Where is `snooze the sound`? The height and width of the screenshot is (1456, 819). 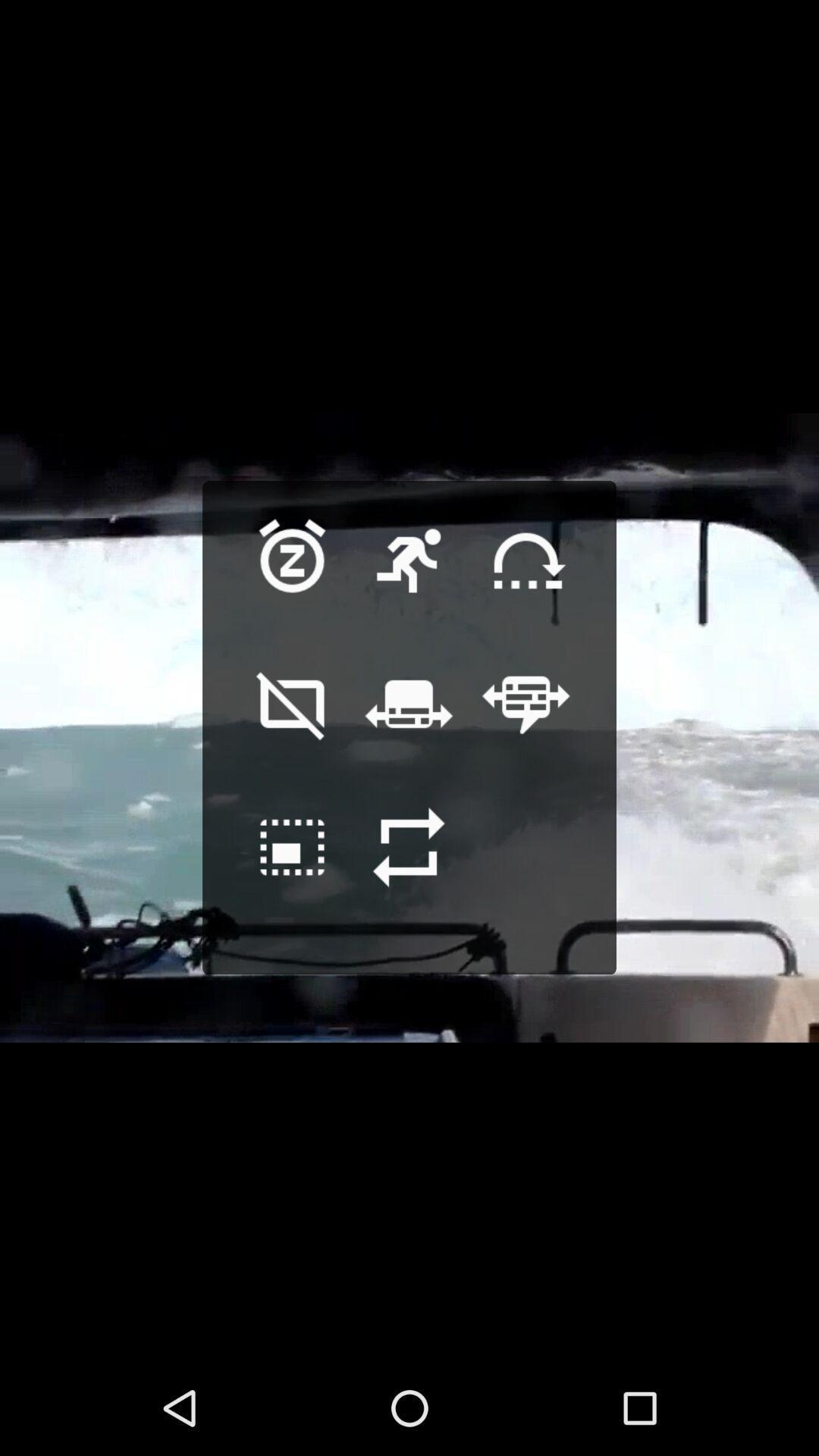 snooze the sound is located at coordinates (292, 584).